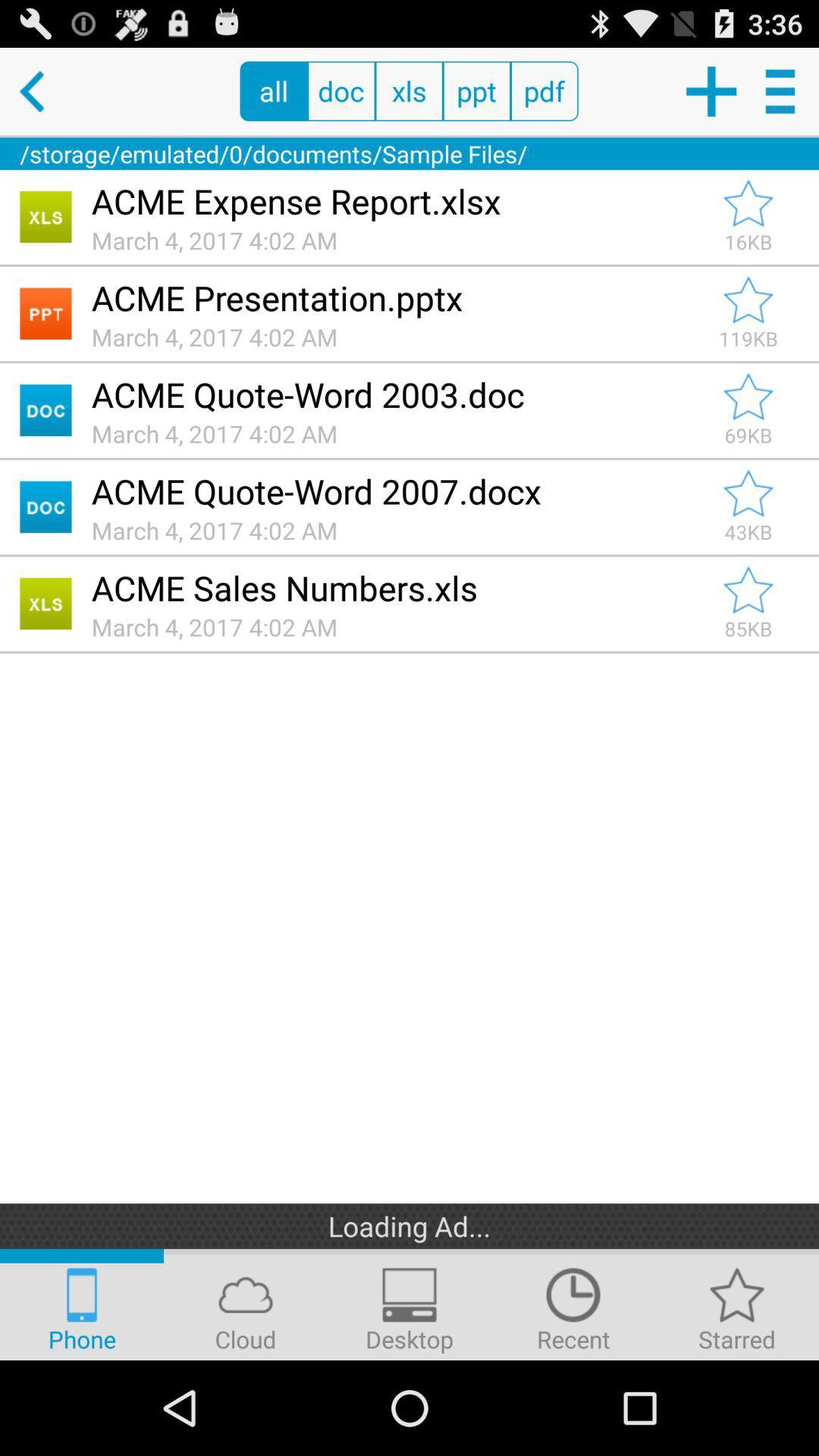 The width and height of the screenshot is (819, 1456). Describe the element at coordinates (748, 300) in the screenshot. I see `file` at that location.